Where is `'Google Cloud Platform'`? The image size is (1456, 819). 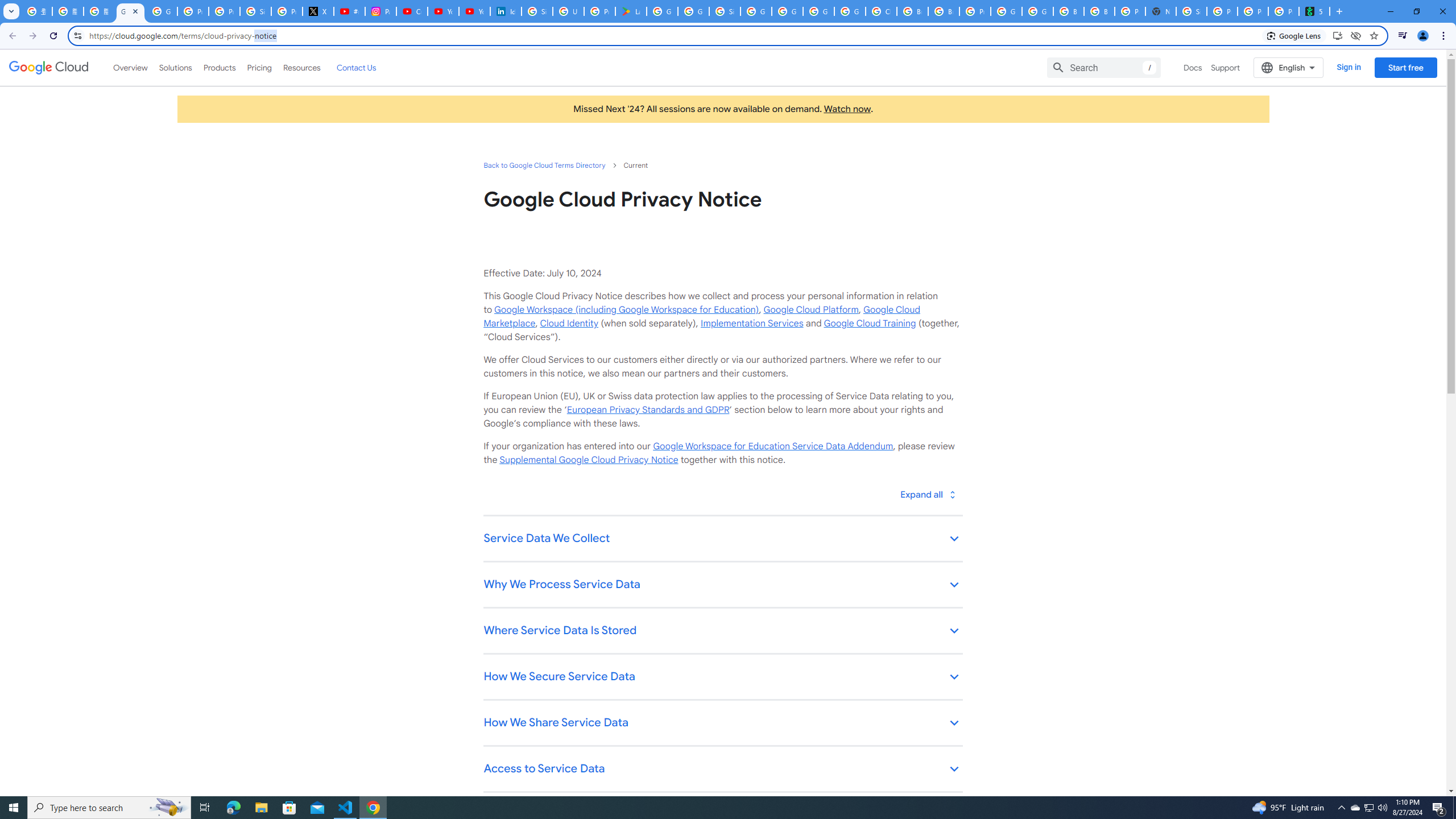 'Google Cloud Platform' is located at coordinates (810, 309).